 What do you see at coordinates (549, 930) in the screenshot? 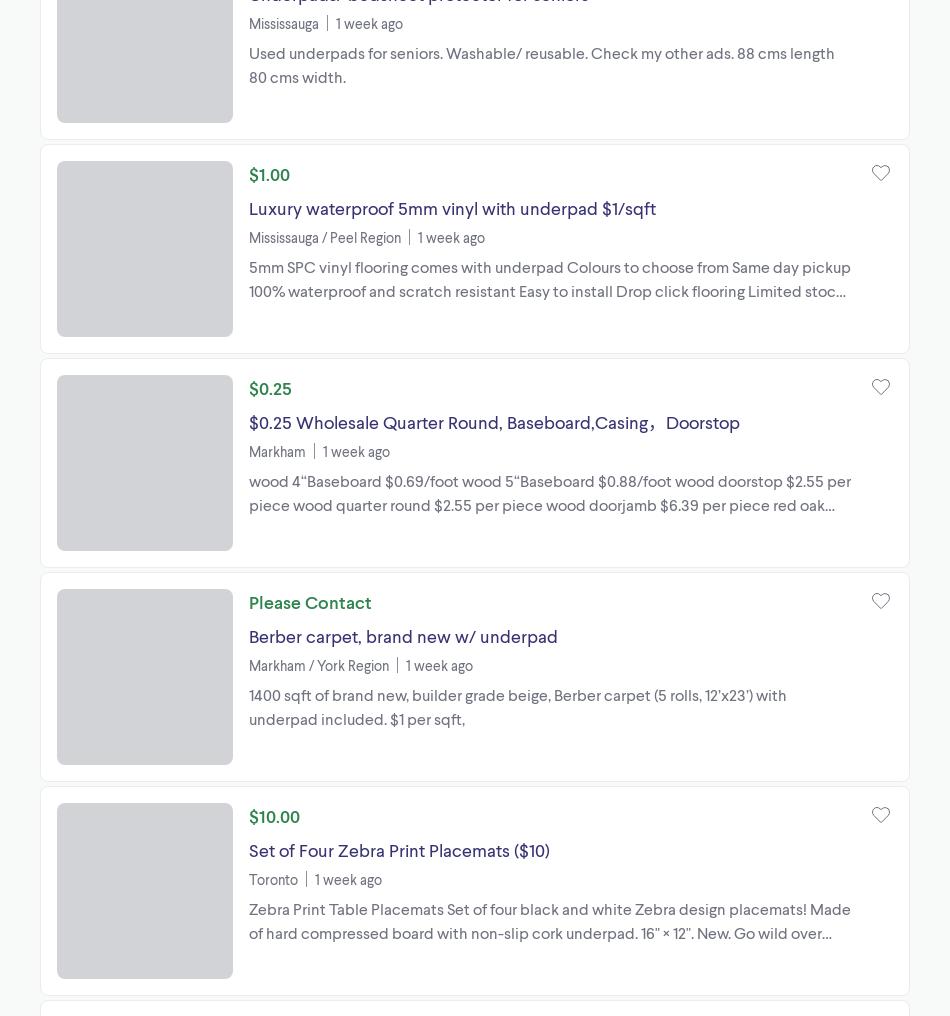
I see `'Zebra Print Table Placemats Set of four black and white Zebra design placemats! Made of hard compressed board with non-slip cork underpad. 16" × 12". New. Go wild over lunch or dinner or complement ...'` at bounding box center [549, 930].